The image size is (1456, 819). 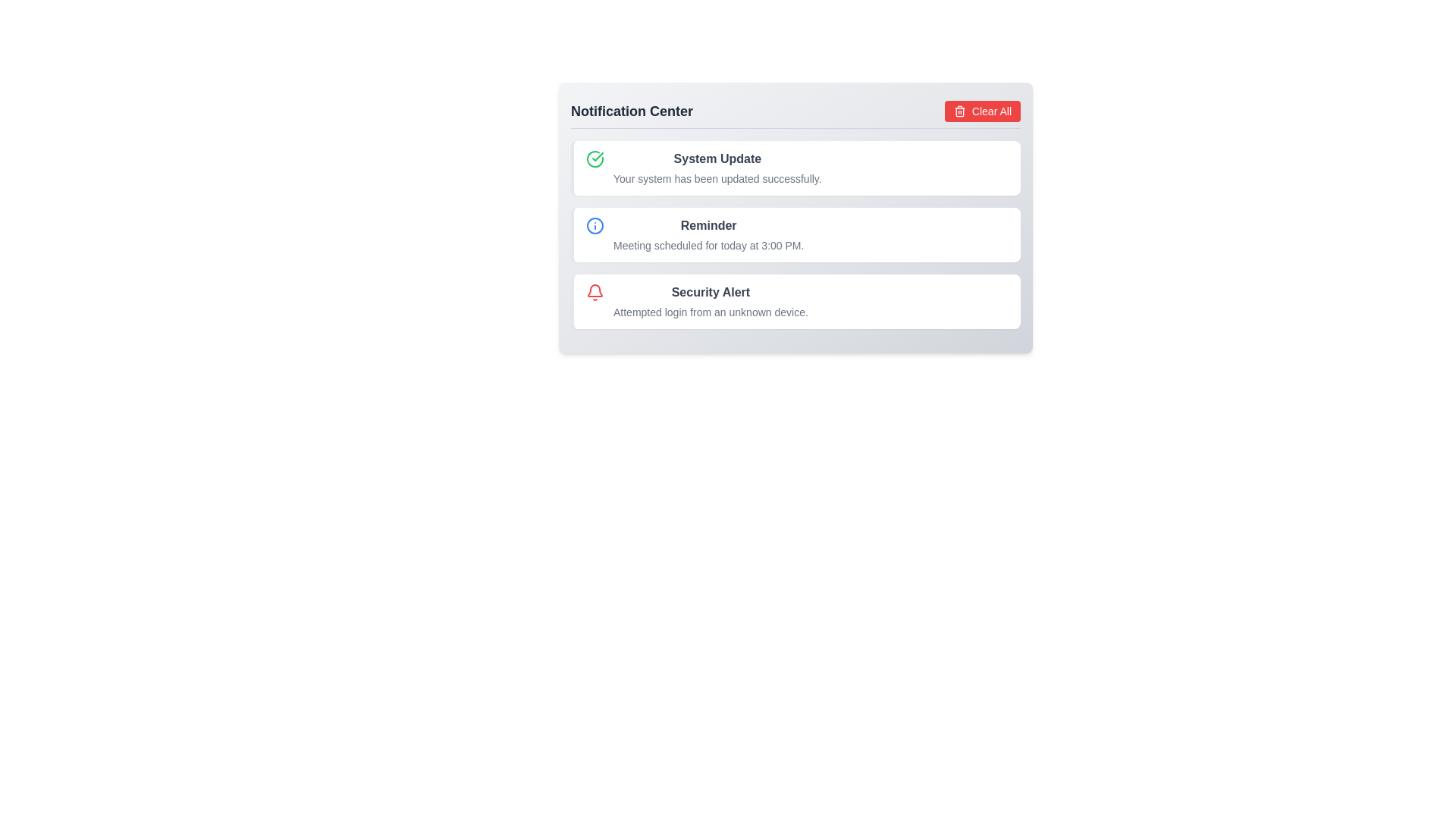 I want to click on static text label that confirms the successful update of the system, located below the 'System Update' header, so click(x=717, y=177).